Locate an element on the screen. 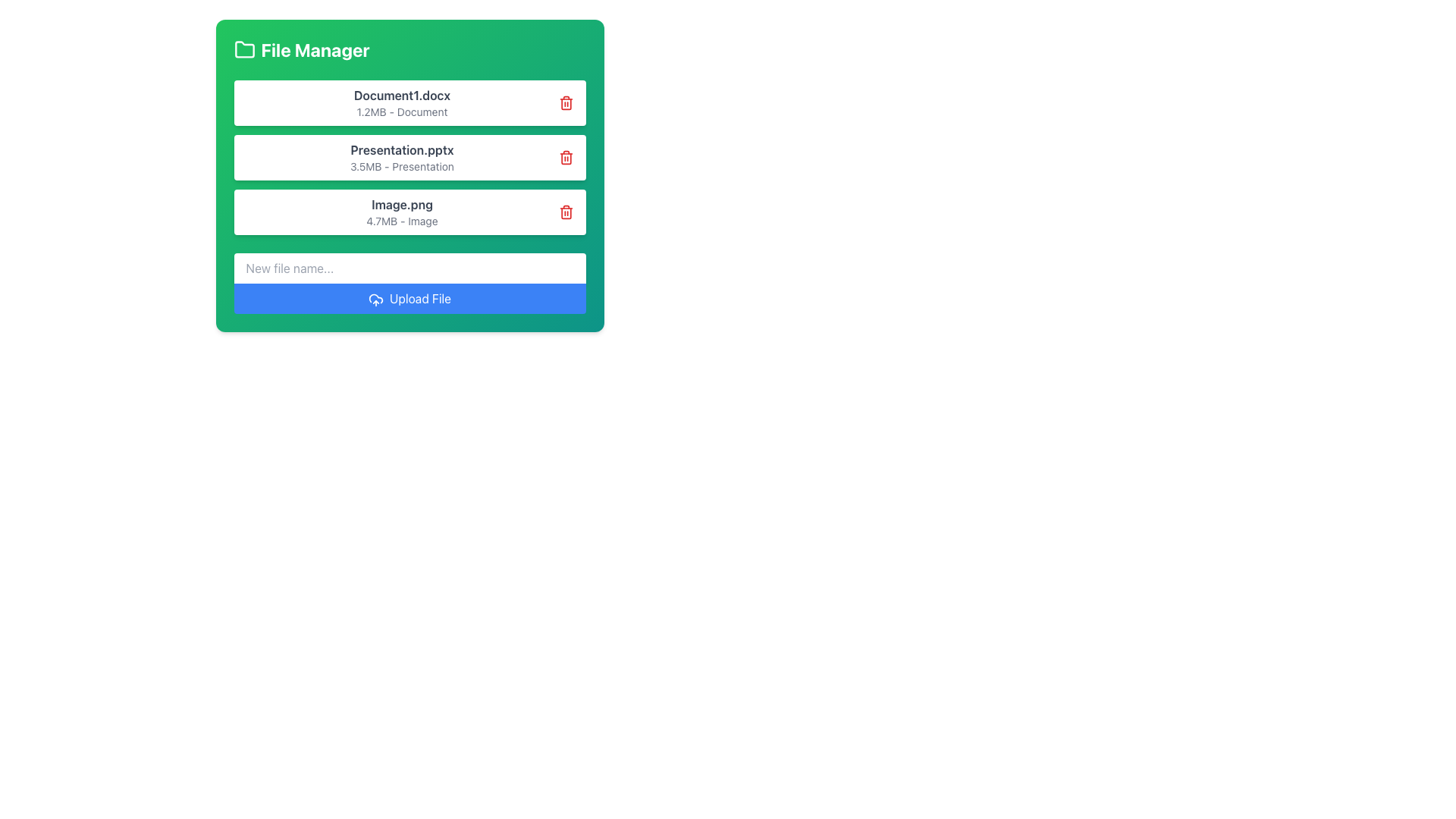  the small SVG icon resembling a cloud with an upward arrow, which is part of the 'Upload File' button, located on the left side of the text label is located at coordinates (375, 300).